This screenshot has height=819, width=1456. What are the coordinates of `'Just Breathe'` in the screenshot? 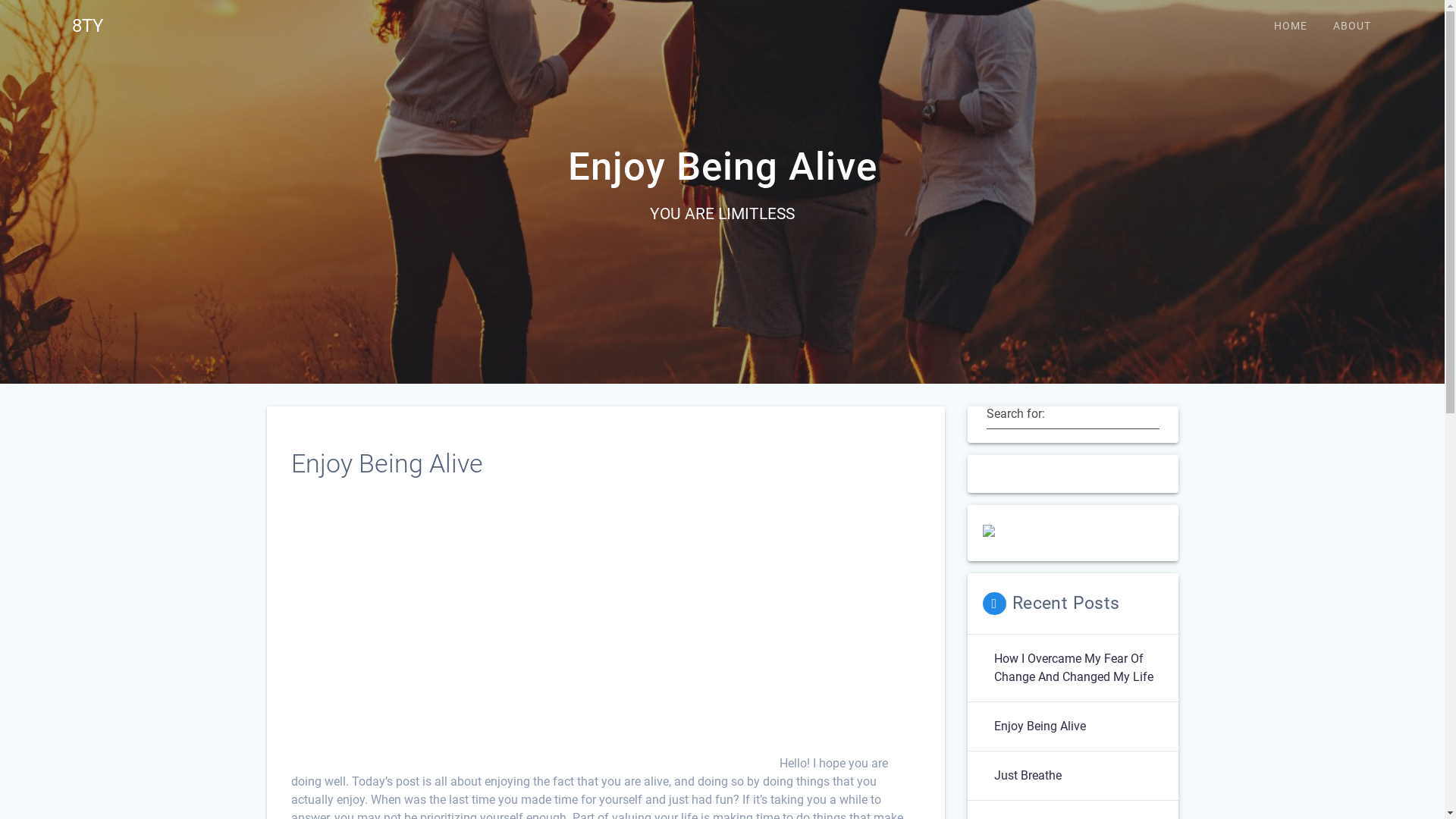 It's located at (1027, 775).